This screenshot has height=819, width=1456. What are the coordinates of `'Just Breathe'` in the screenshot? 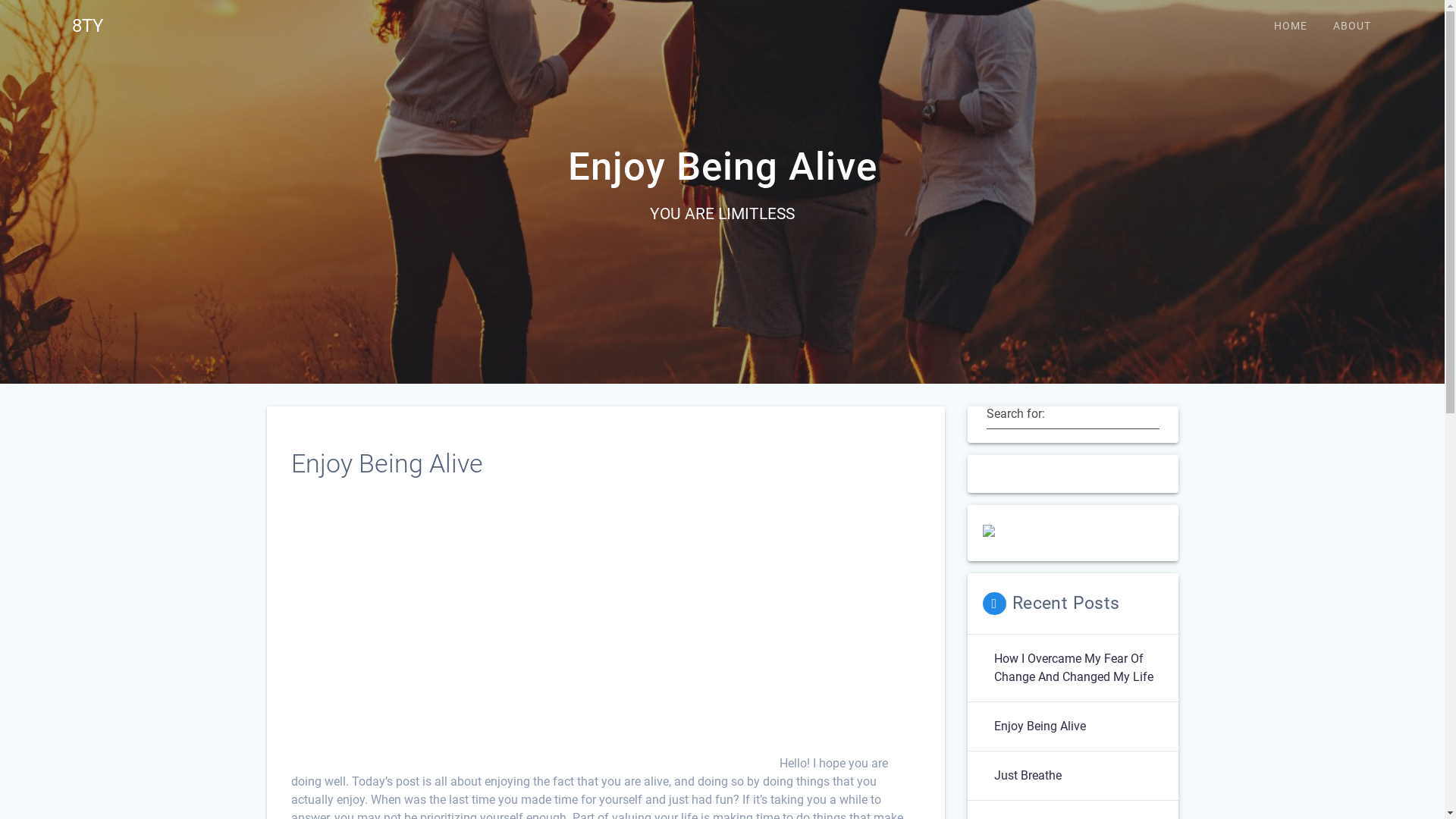 It's located at (1027, 775).